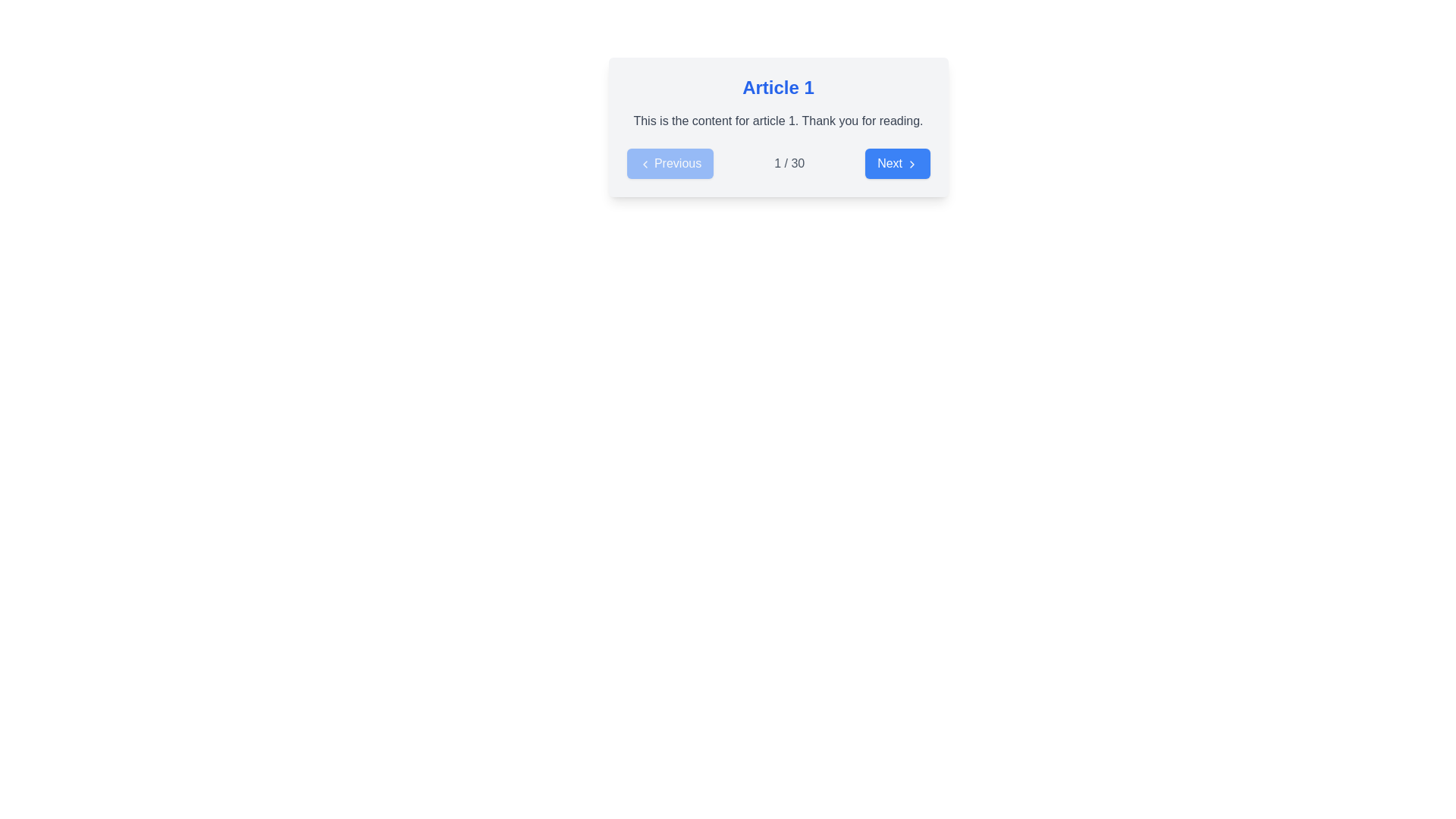 The image size is (1456, 819). What do you see at coordinates (778, 87) in the screenshot?
I see `the Text element (header) which serves as the title for the content displayed below it, located above the article content and within a centered card component` at bounding box center [778, 87].